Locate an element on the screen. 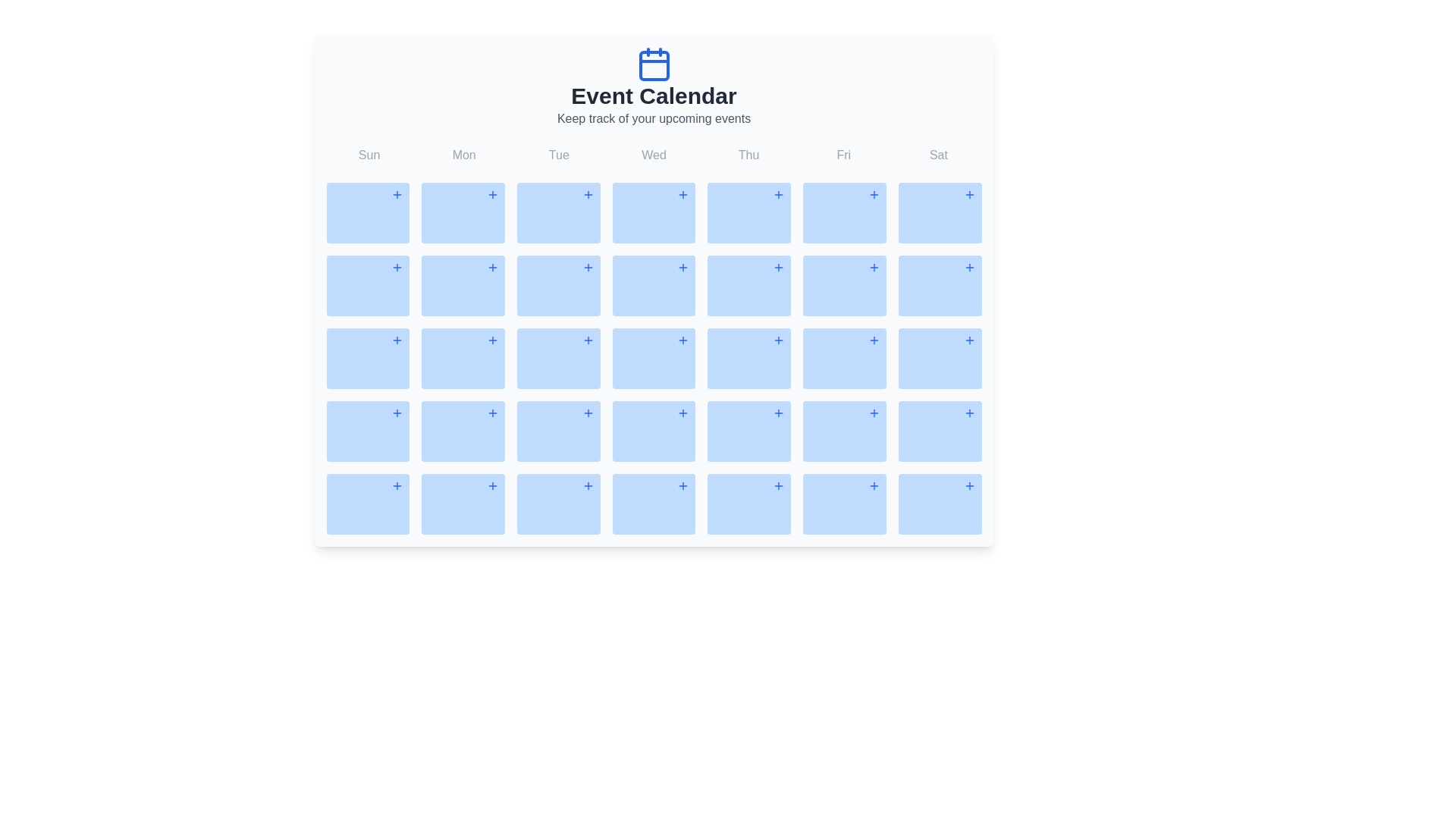 The height and width of the screenshot is (819, 1456). the last block in the sixth row of a 7-column calendar interface is located at coordinates (843, 504).